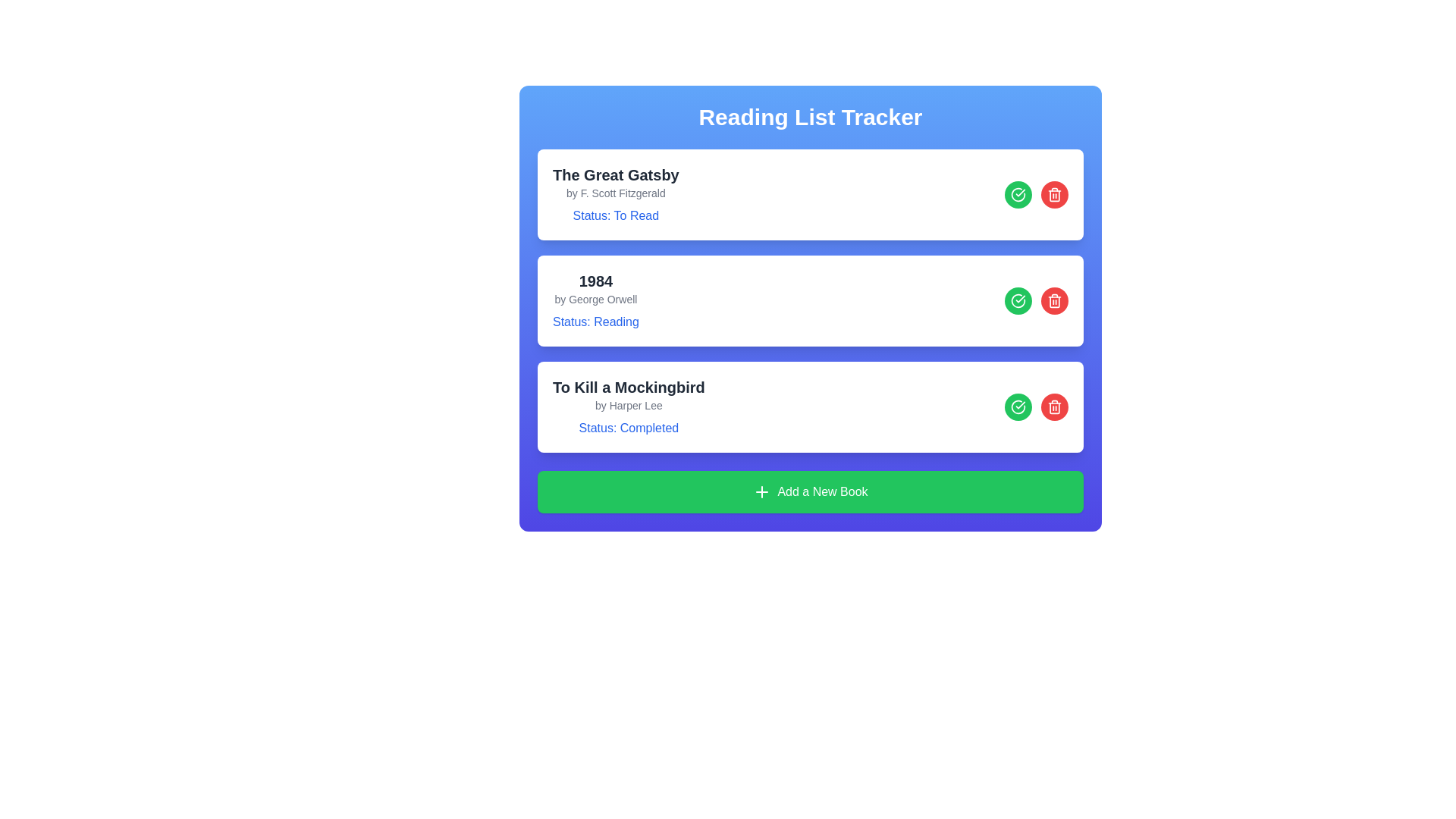 The height and width of the screenshot is (819, 1456). What do you see at coordinates (1018, 301) in the screenshot?
I see `the circular green confirmation button with a white checkmark icon located in the 'Reading List Tracker' interface, adjacent to '1984 by George Orwell'` at bounding box center [1018, 301].